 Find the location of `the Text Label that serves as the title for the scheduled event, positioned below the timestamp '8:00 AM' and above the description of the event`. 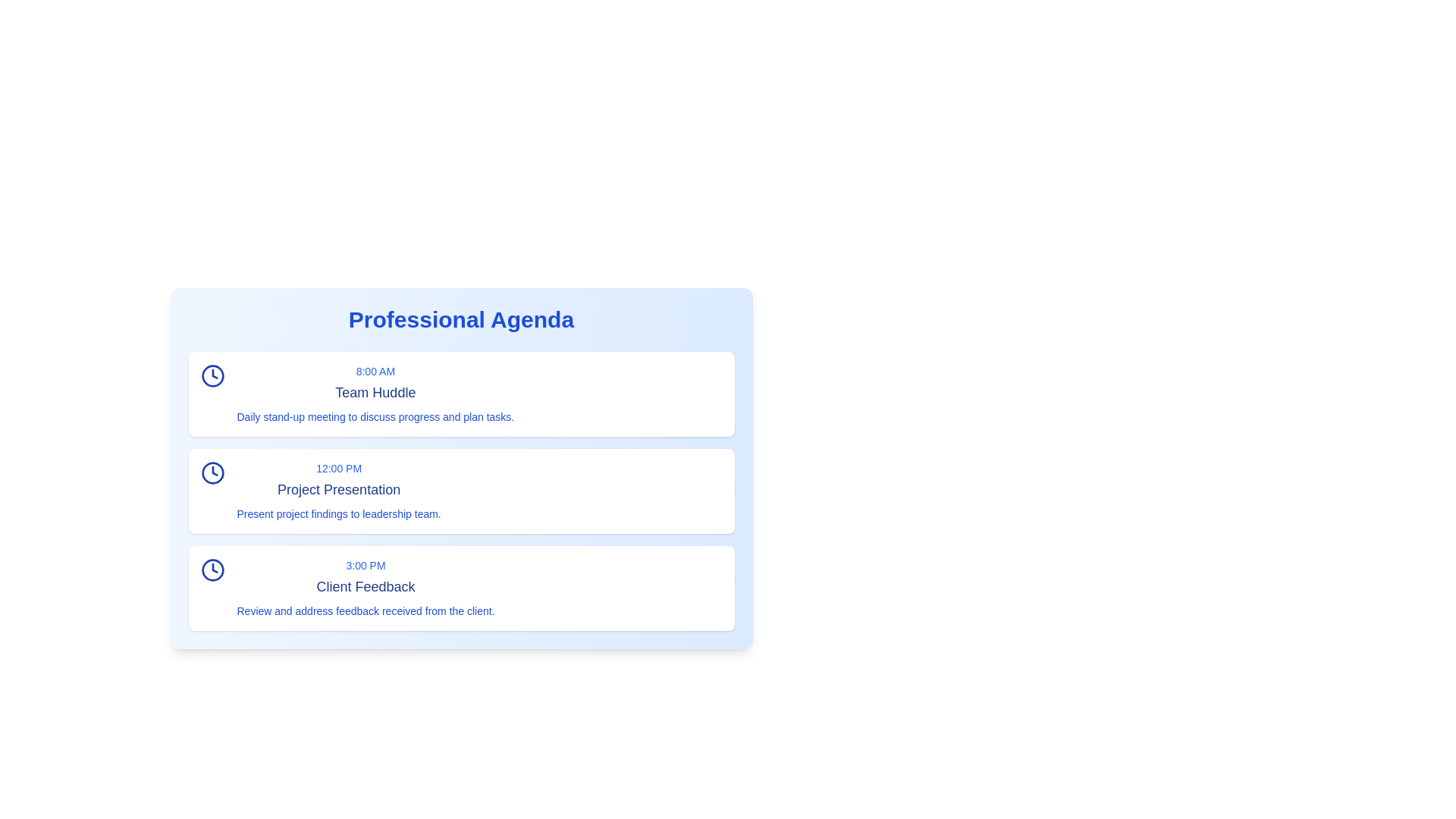

the Text Label that serves as the title for the scheduled event, positioned below the timestamp '8:00 AM' and above the description of the event is located at coordinates (375, 391).